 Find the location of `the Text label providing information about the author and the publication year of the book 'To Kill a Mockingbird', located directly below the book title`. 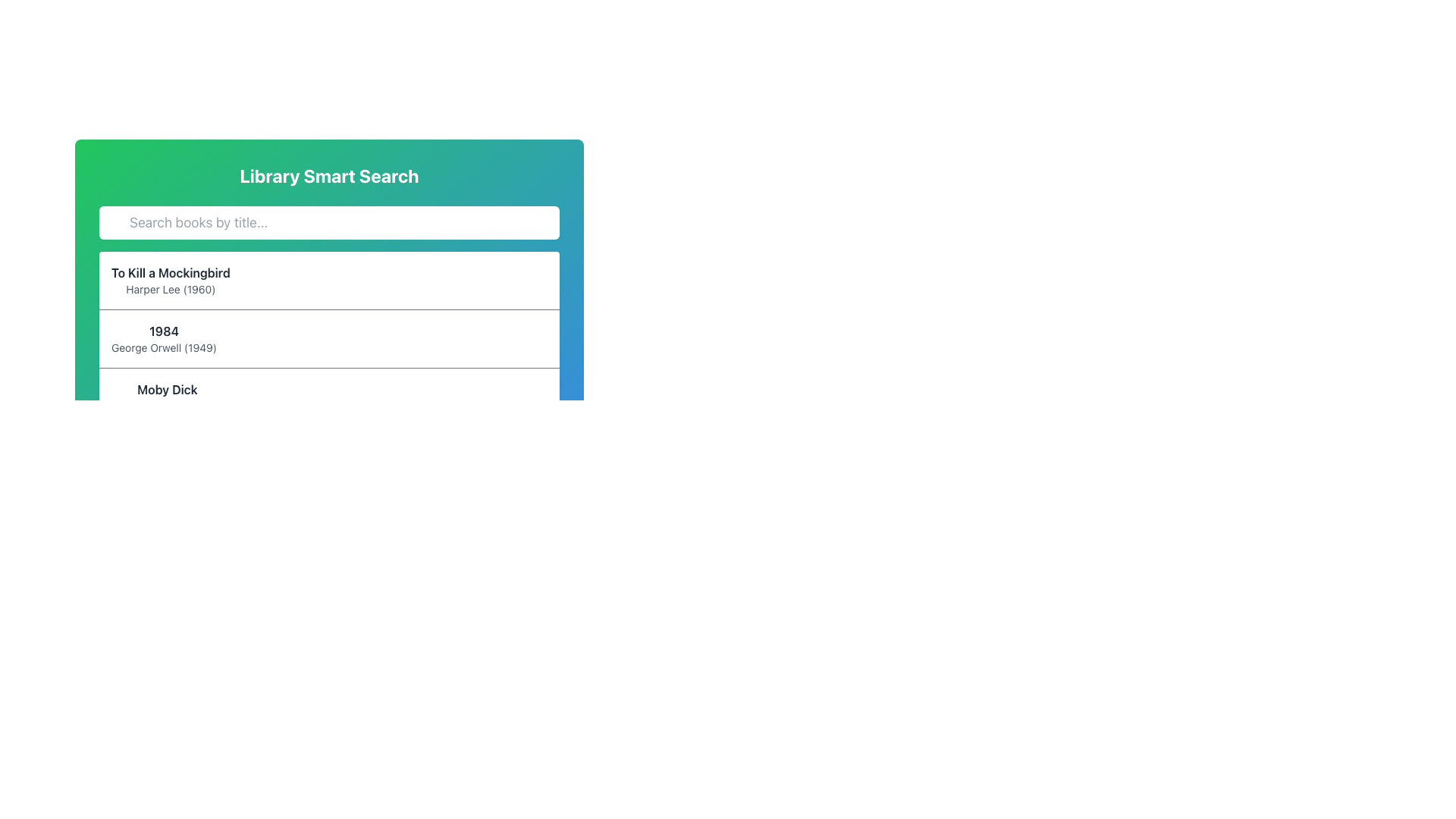

the Text label providing information about the author and the publication year of the book 'To Kill a Mockingbird', located directly below the book title is located at coordinates (171, 289).